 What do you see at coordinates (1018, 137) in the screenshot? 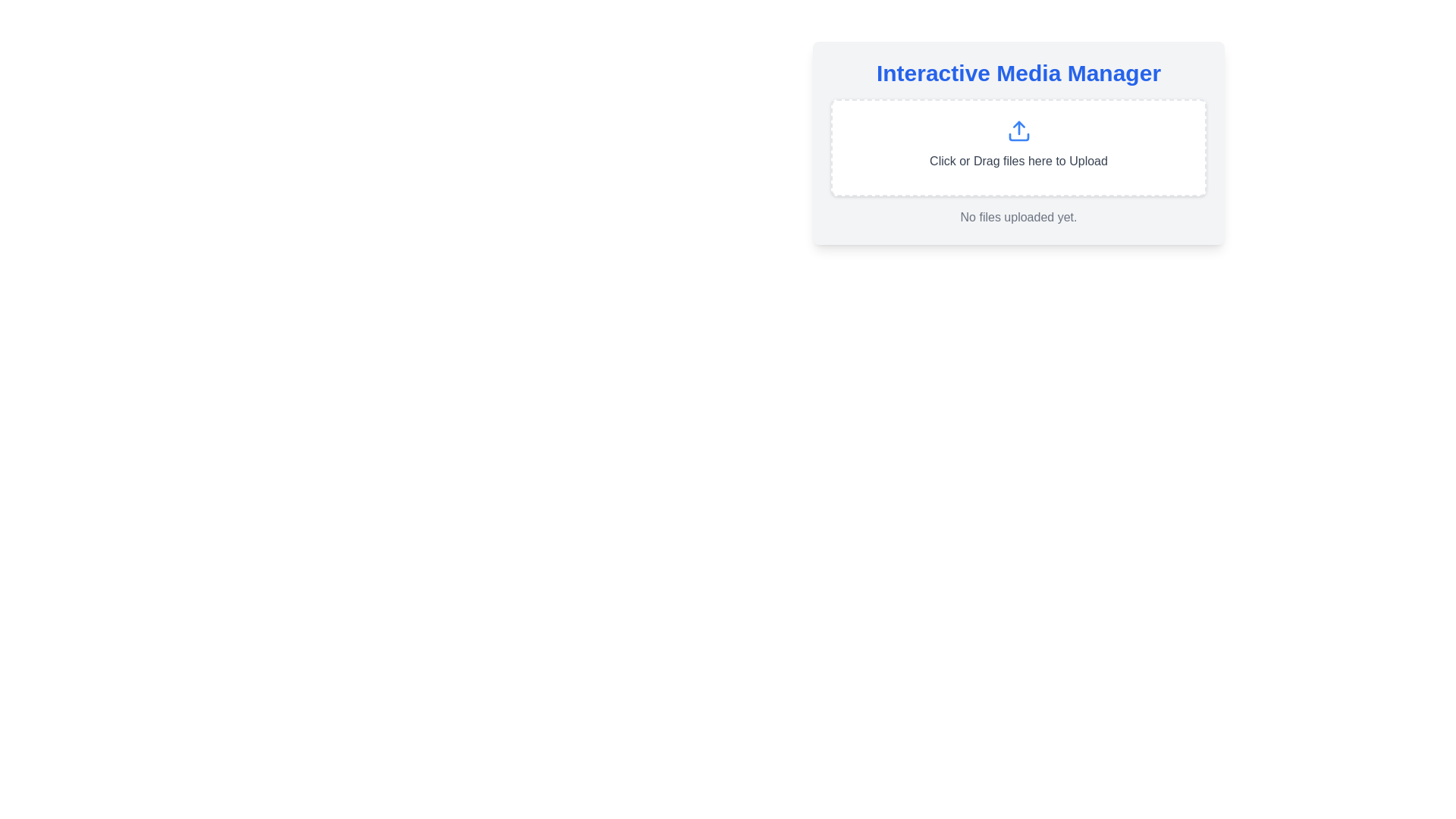
I see `the blue horizontal line segment of the upload icon, which is centrally located below the upward-pointing triangle and vertical line, within the 'Interactive Media Manager' upload section` at bounding box center [1018, 137].